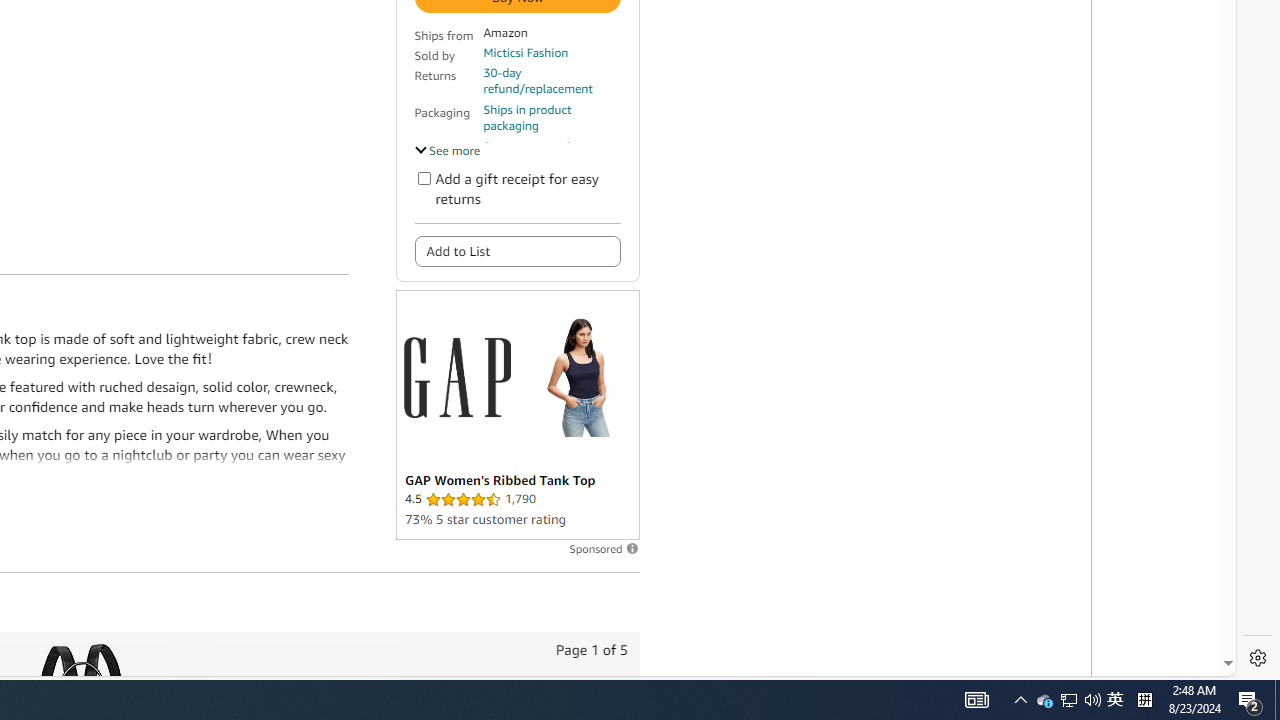 The height and width of the screenshot is (720, 1280). I want to click on 'Secure transaction', so click(533, 145).